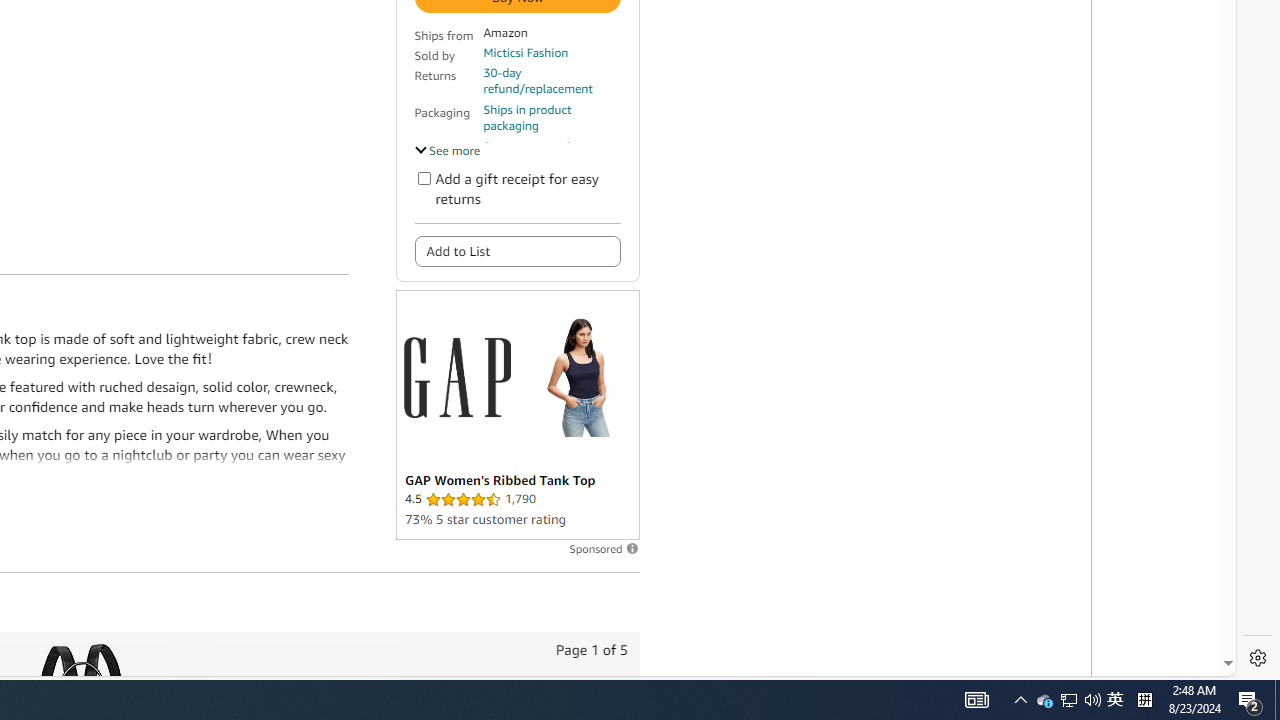 The height and width of the screenshot is (720, 1280). I want to click on 'Secure transaction', so click(533, 145).